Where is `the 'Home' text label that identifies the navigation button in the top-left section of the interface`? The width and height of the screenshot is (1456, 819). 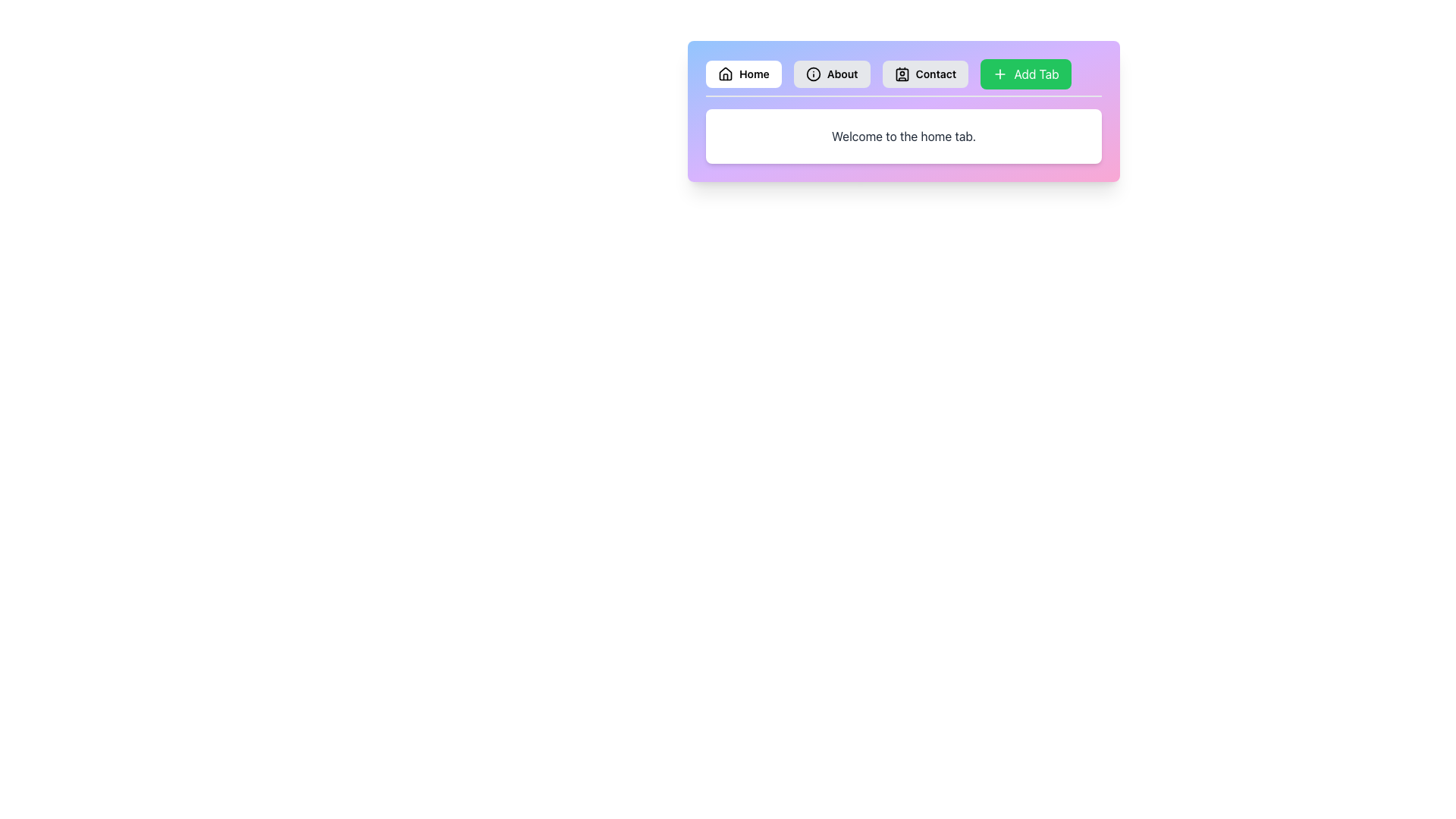
the 'Home' text label that identifies the navigation button in the top-left section of the interface is located at coordinates (754, 74).